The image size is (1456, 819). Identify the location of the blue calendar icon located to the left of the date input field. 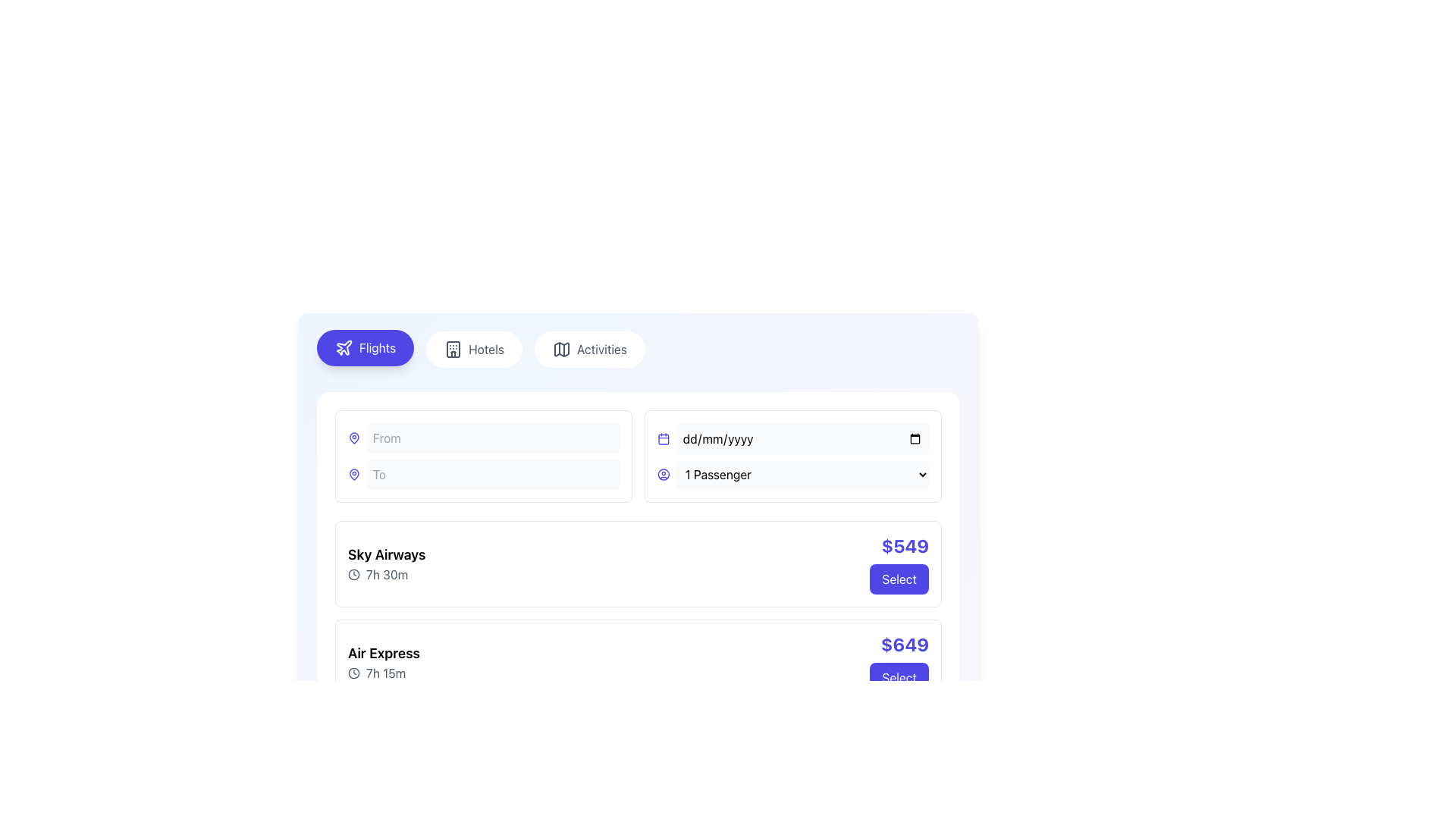
(664, 438).